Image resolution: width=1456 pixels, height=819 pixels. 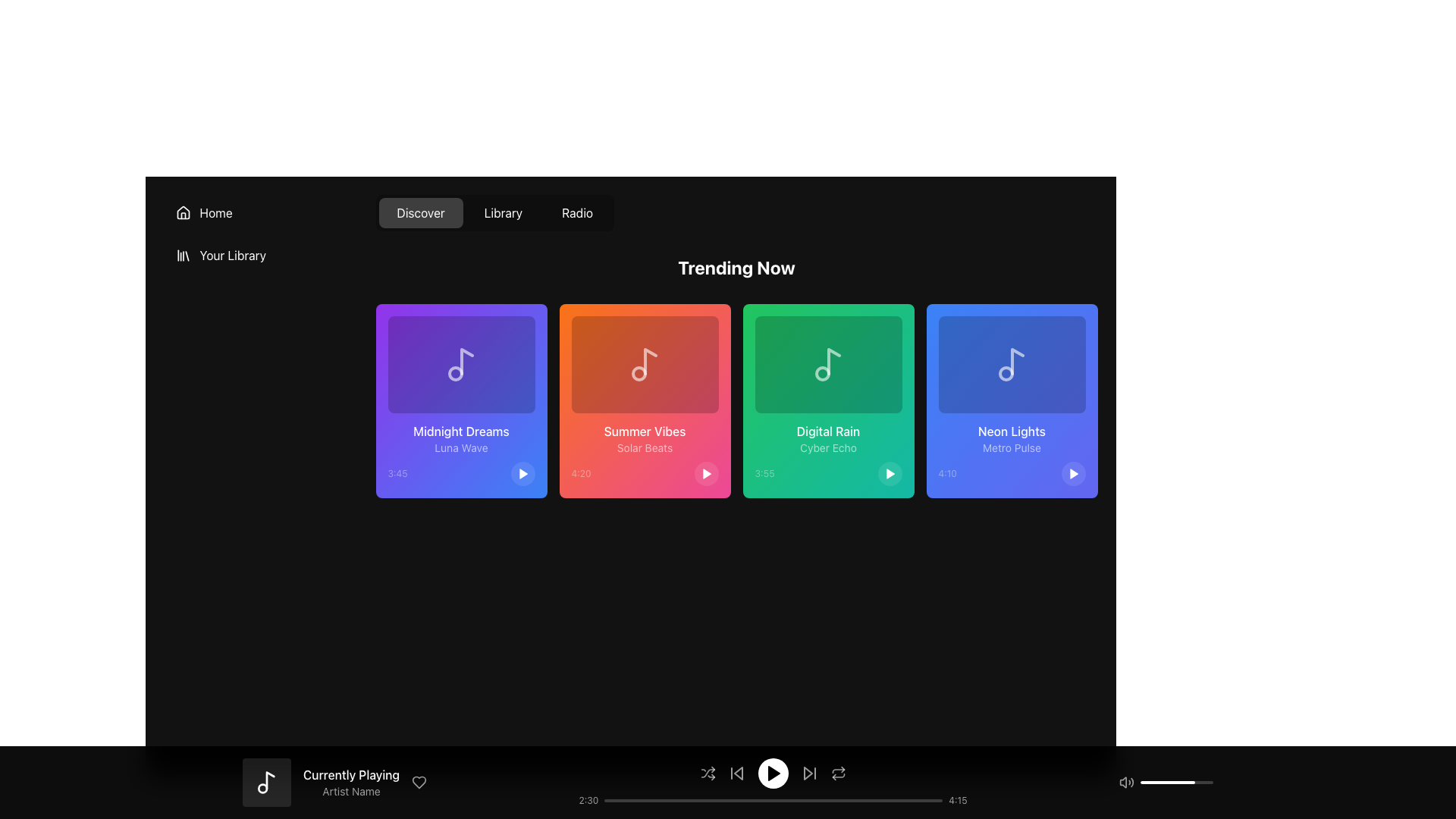 I want to click on the 'Library' navigation button, which is the second button in a horizontal list of three buttons, so click(x=503, y=213).